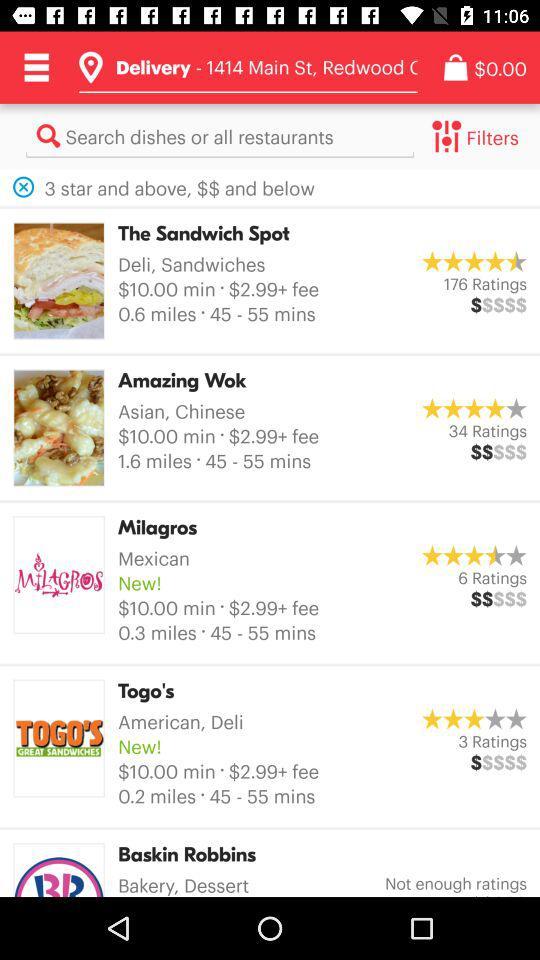 The width and height of the screenshot is (540, 960). Describe the element at coordinates (22, 187) in the screenshot. I see `the close icon` at that location.